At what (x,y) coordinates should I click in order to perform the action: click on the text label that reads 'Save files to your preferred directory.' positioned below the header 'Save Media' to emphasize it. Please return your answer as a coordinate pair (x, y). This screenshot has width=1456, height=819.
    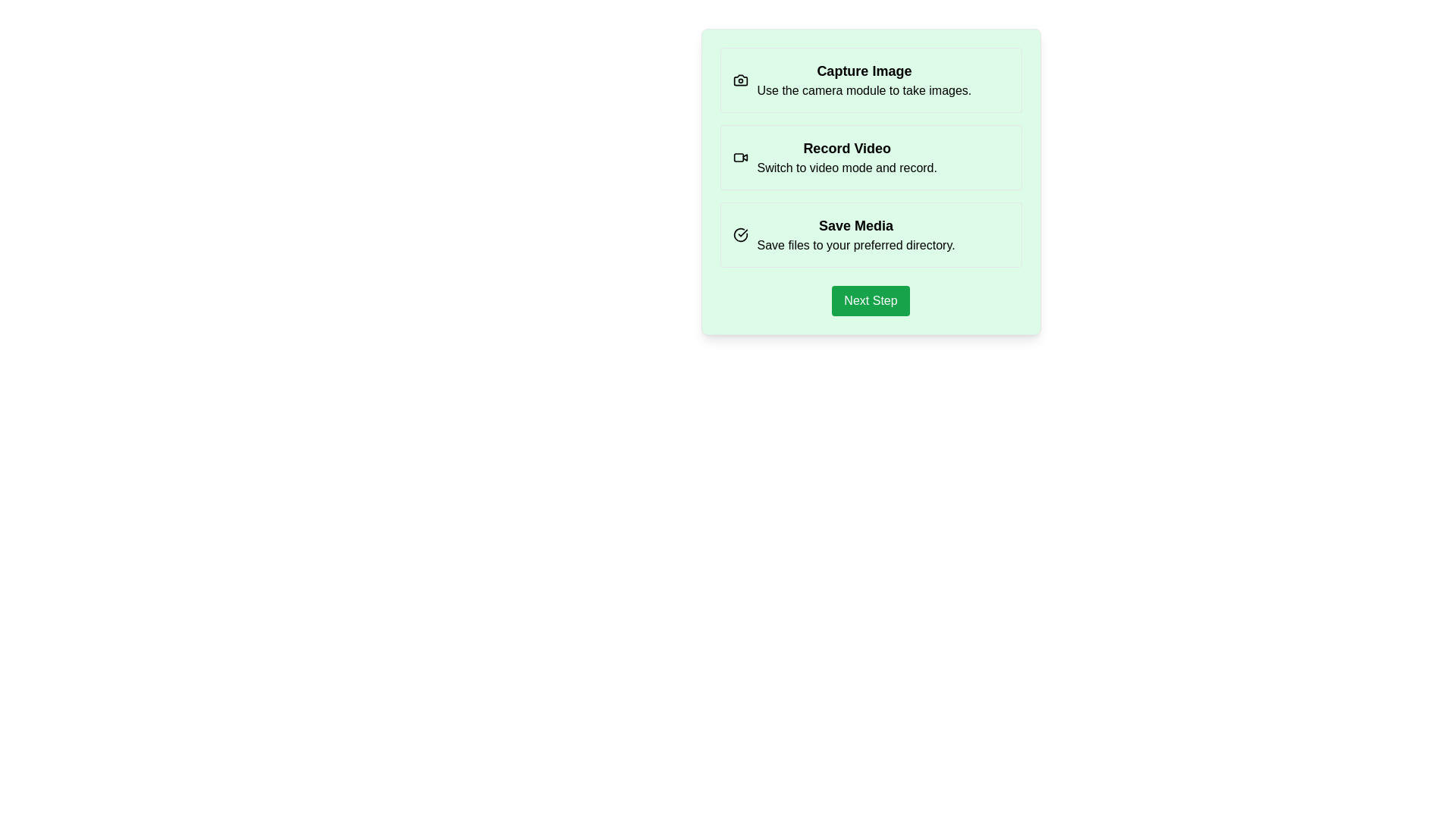
    Looking at the image, I should click on (856, 245).